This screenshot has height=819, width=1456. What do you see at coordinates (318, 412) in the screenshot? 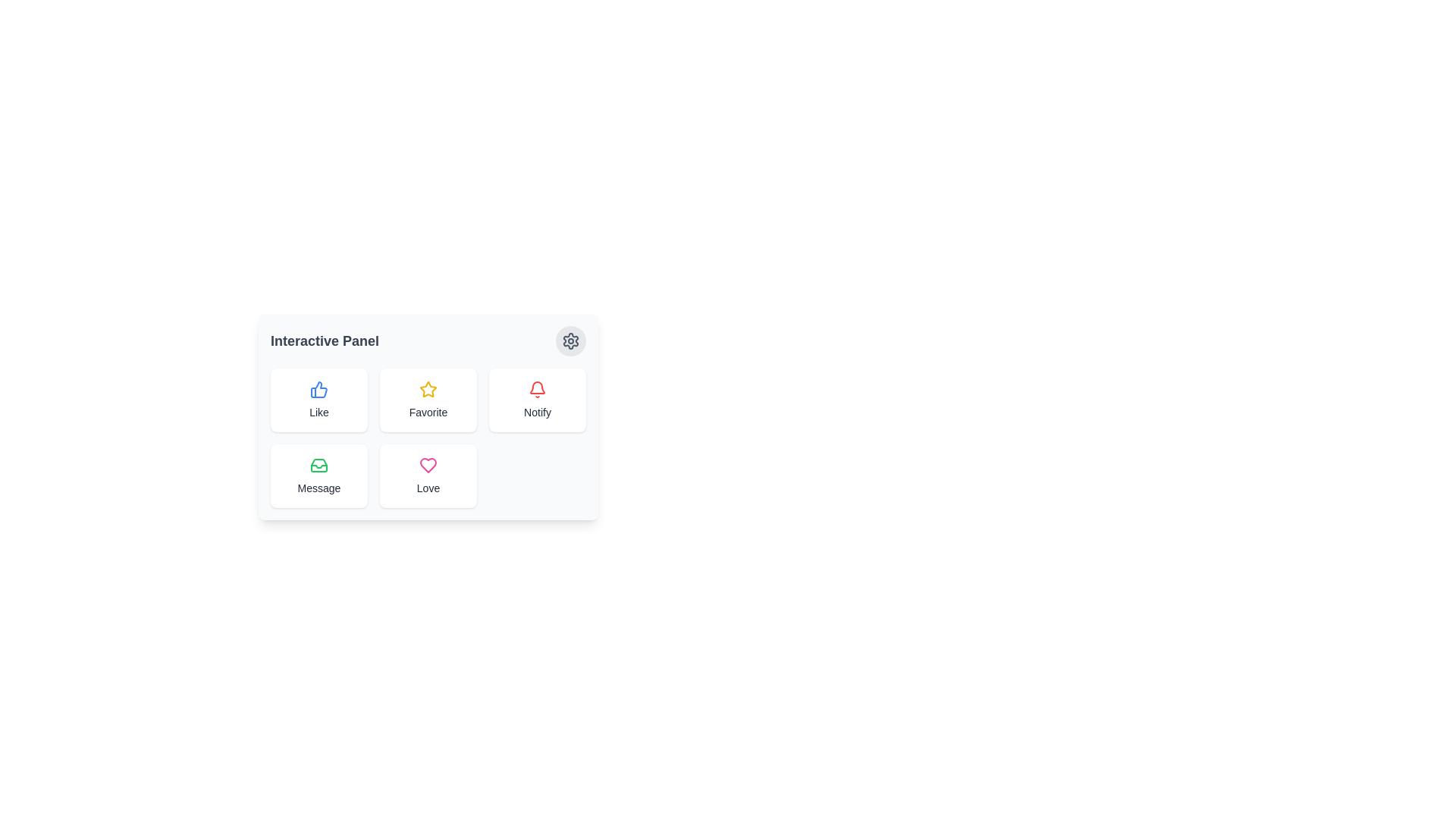
I see `the descriptive text label indicating the functionality of the thumbs-up icon, which is positioned below the icon within its card in the interactive panel` at bounding box center [318, 412].